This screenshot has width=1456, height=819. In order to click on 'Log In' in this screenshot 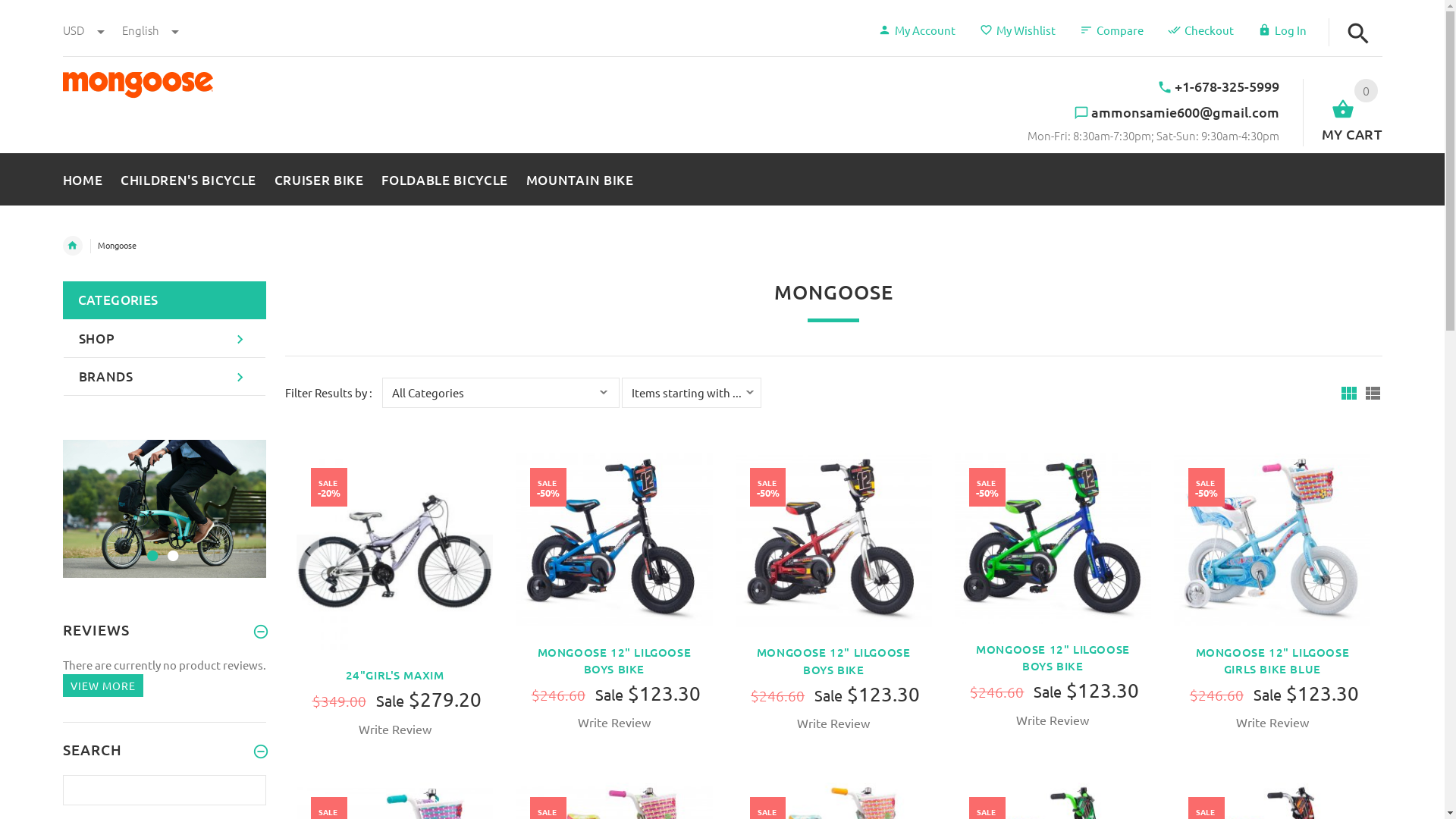, I will do `click(1280, 30)`.